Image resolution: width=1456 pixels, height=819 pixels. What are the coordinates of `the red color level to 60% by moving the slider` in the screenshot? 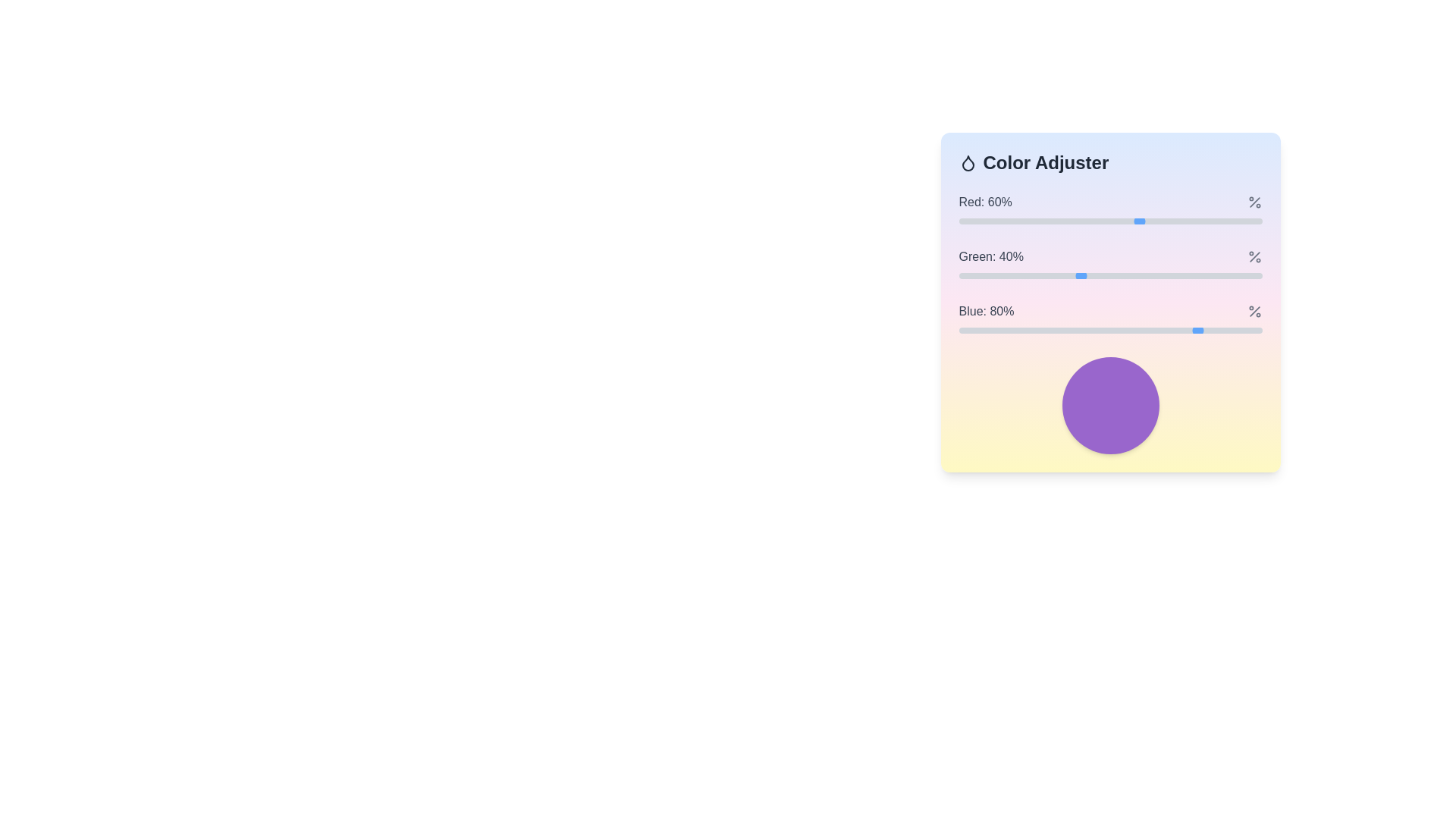 It's located at (1141, 221).